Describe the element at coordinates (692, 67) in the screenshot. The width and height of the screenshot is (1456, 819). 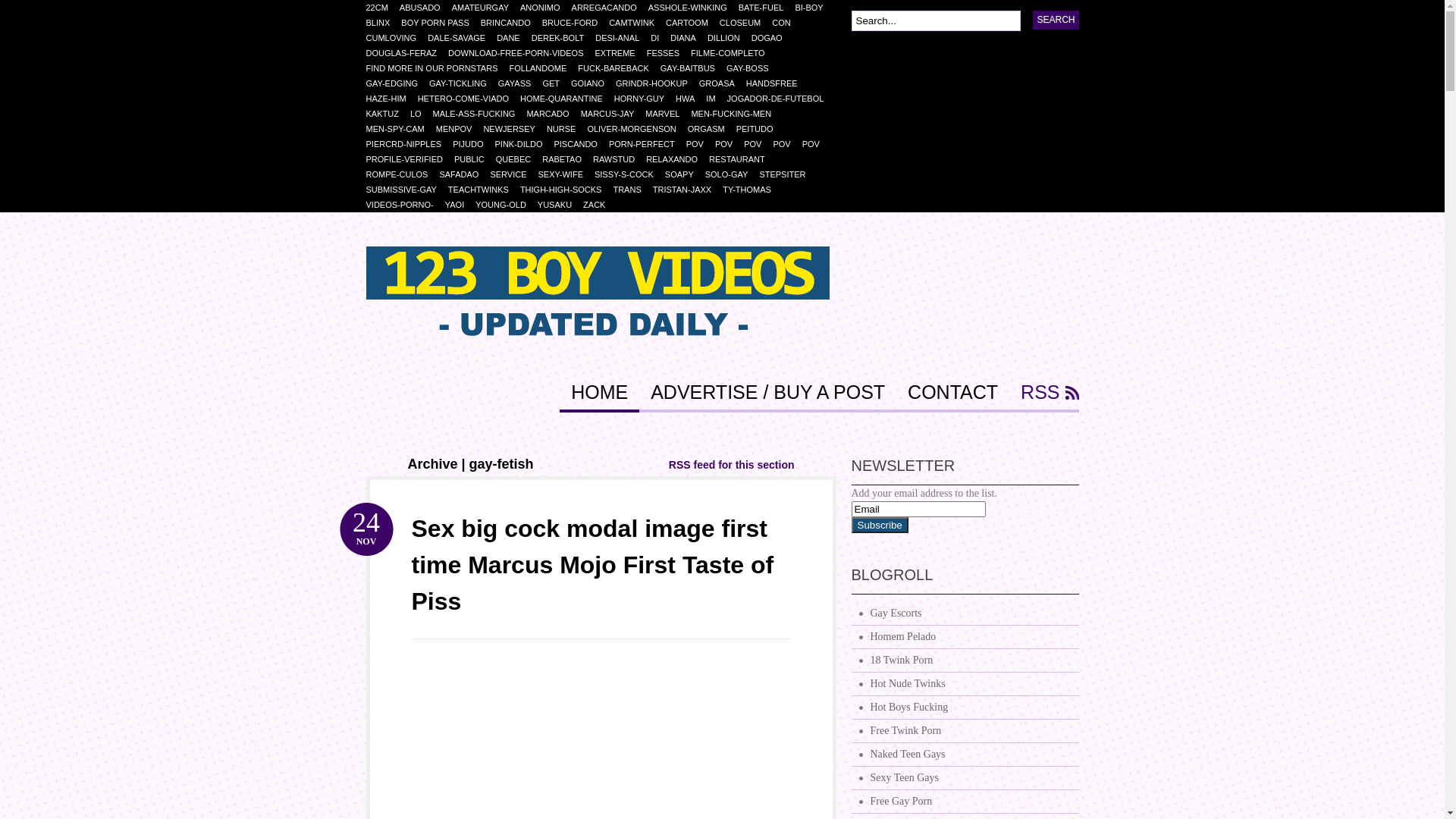
I see `'GAY-BAITBUS'` at that location.